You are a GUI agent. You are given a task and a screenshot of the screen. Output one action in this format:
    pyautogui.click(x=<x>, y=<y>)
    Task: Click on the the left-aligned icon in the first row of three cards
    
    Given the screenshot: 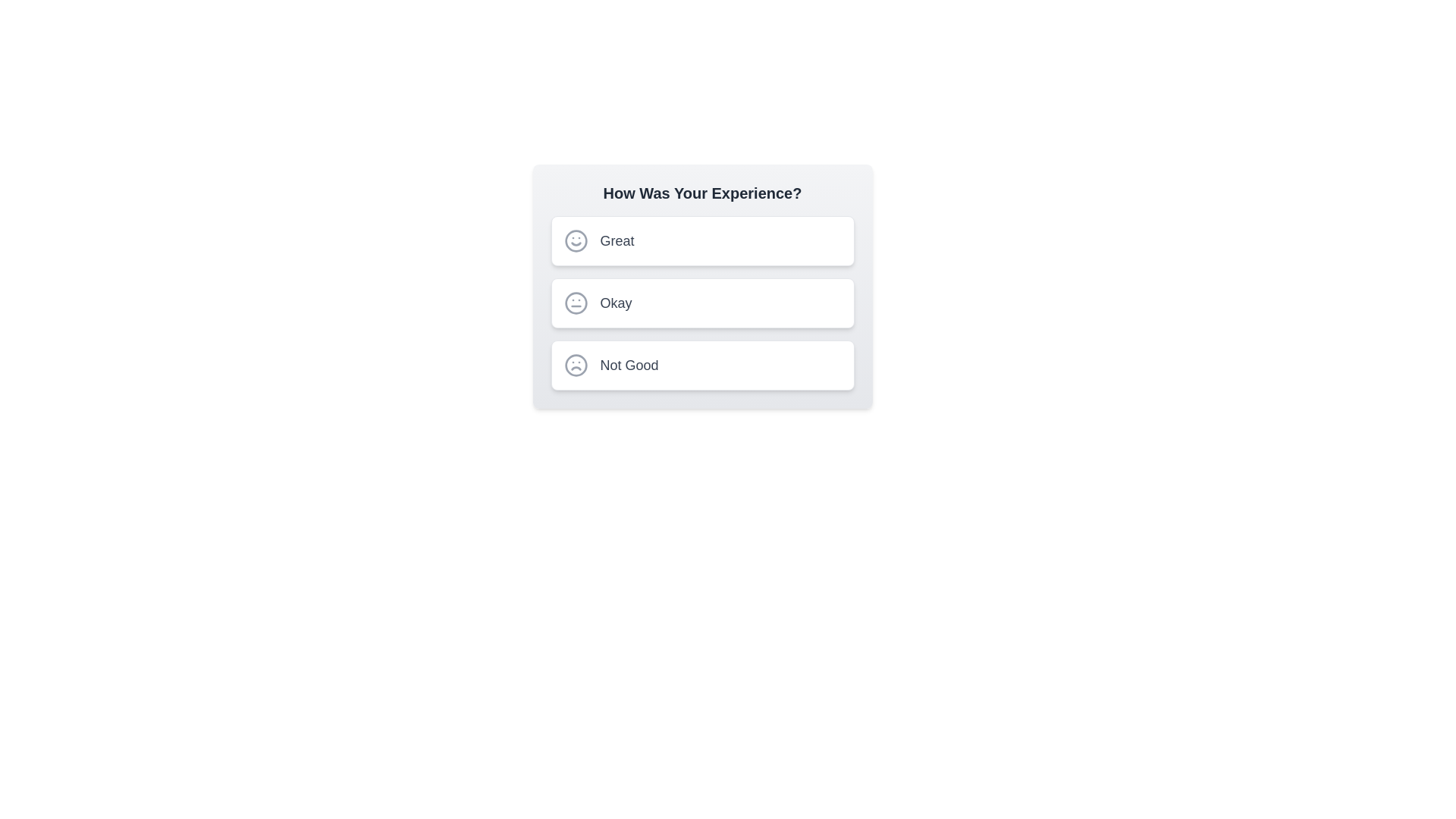 What is the action you would take?
    pyautogui.click(x=575, y=240)
    